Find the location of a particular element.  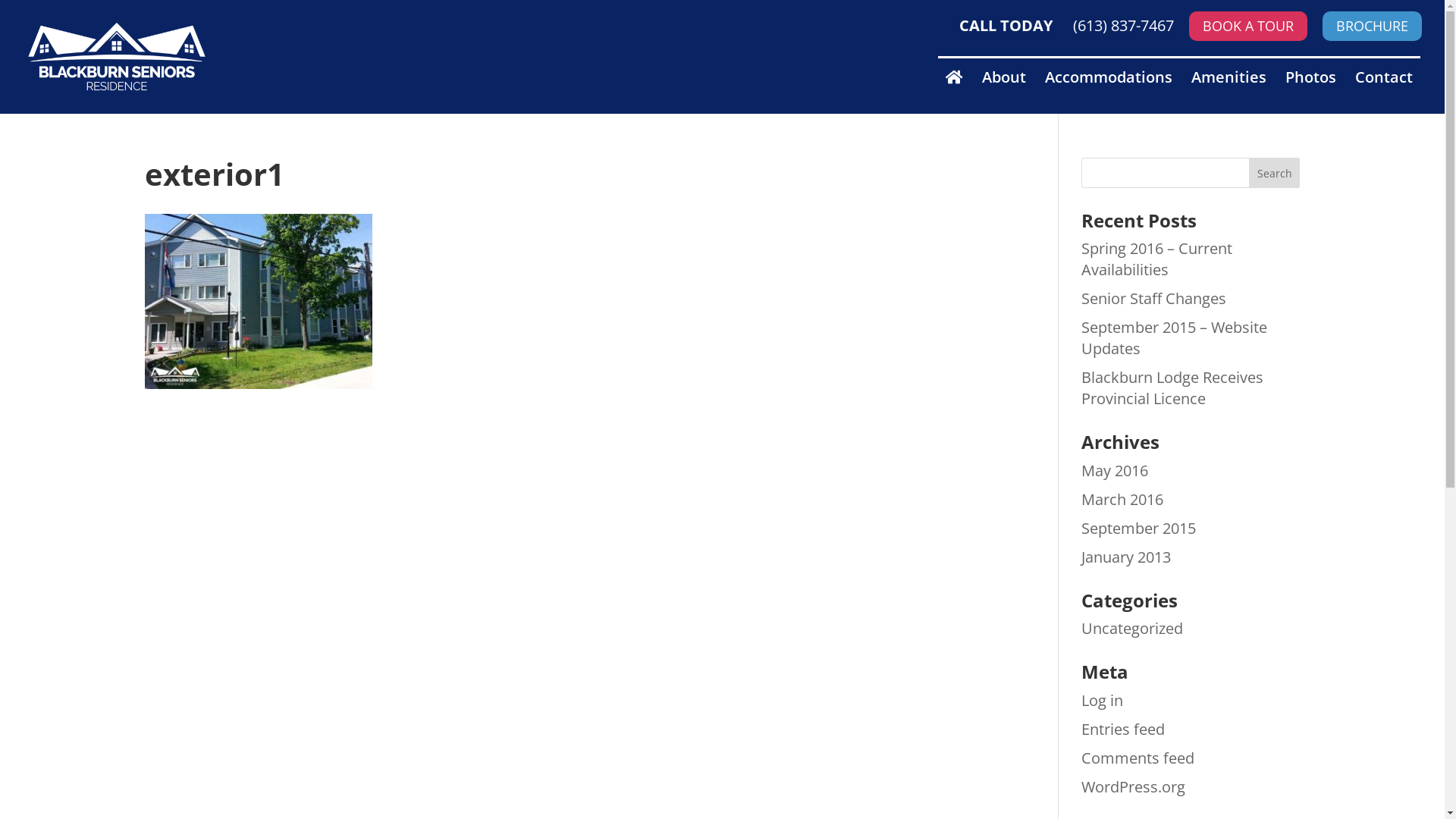

'May 2016' is located at coordinates (1114, 469).